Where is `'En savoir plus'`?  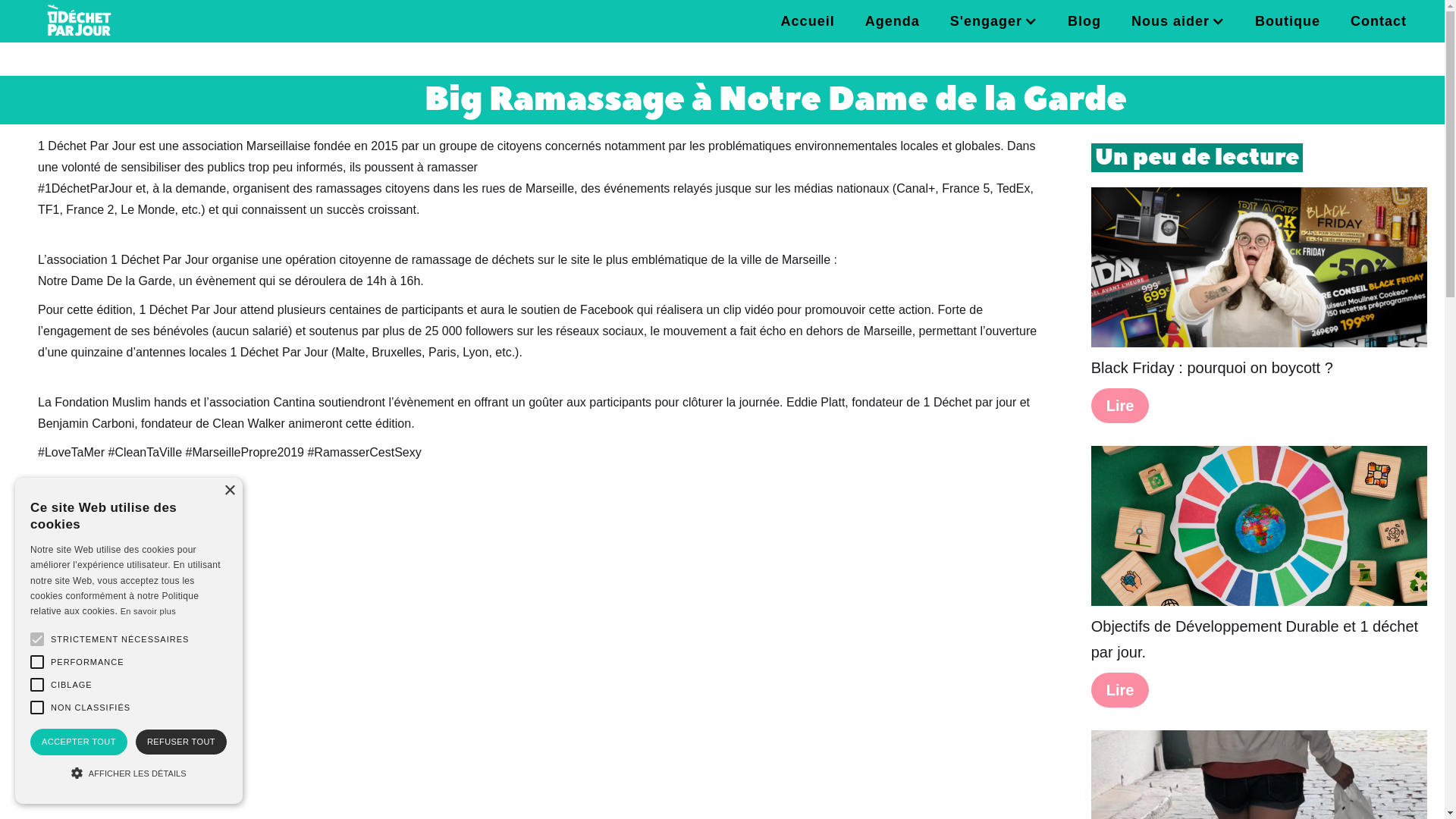
'En savoir plus' is located at coordinates (119, 610).